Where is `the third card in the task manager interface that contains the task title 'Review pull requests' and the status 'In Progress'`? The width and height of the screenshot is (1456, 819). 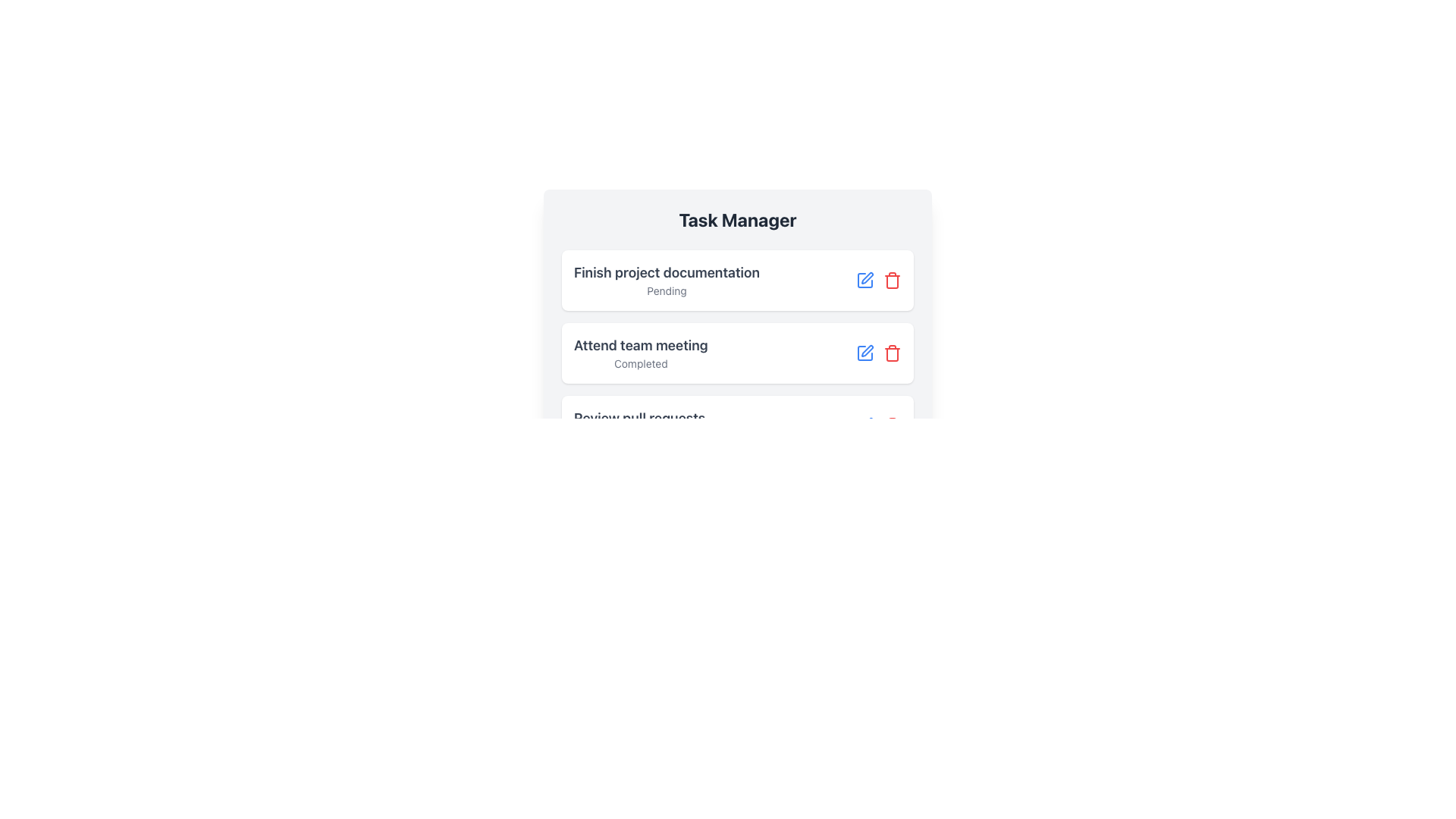
the third card in the task manager interface that contains the task title 'Review pull requests' and the status 'In Progress' is located at coordinates (738, 426).